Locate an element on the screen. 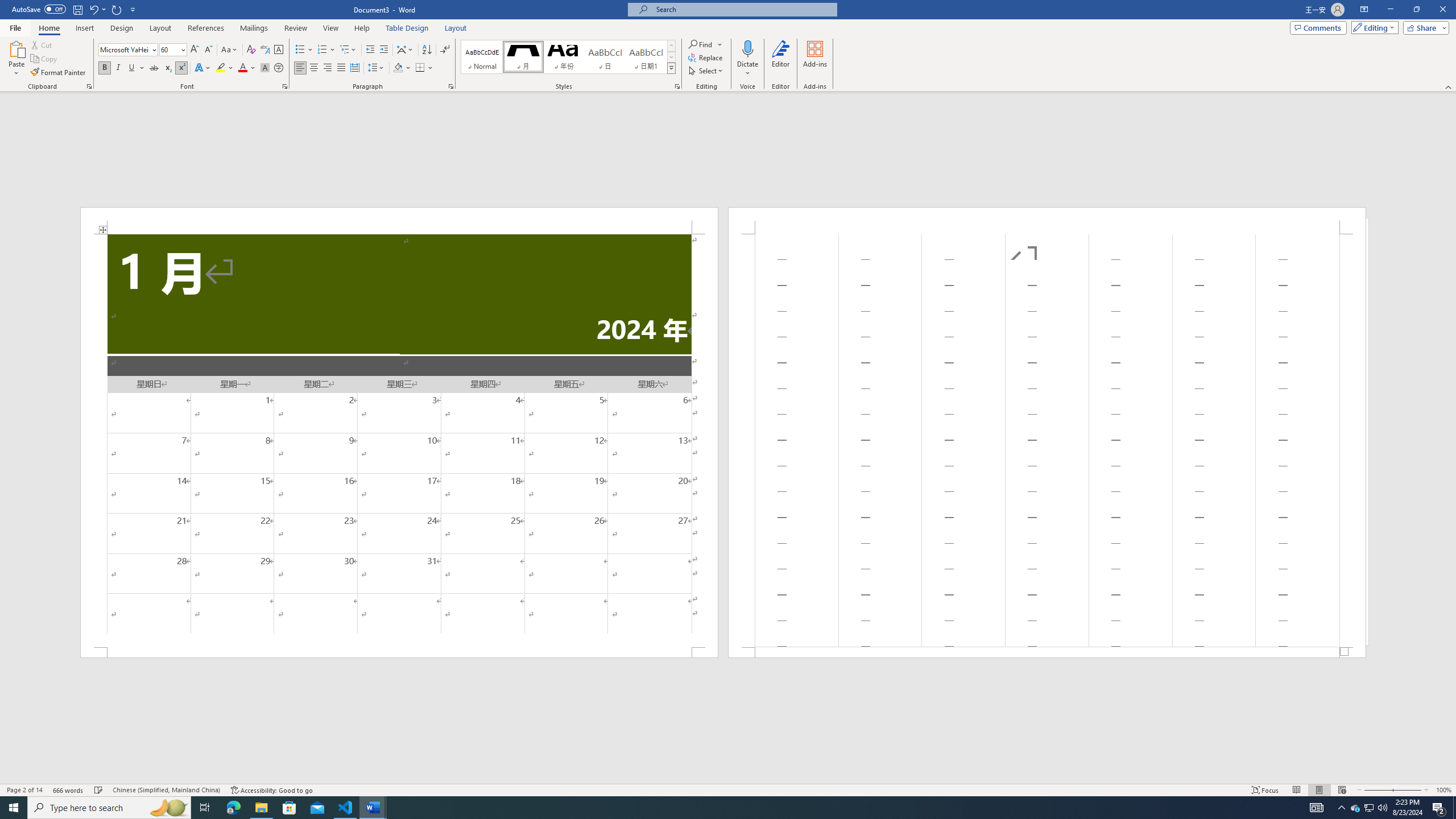  'Replace...' is located at coordinates (705, 56).